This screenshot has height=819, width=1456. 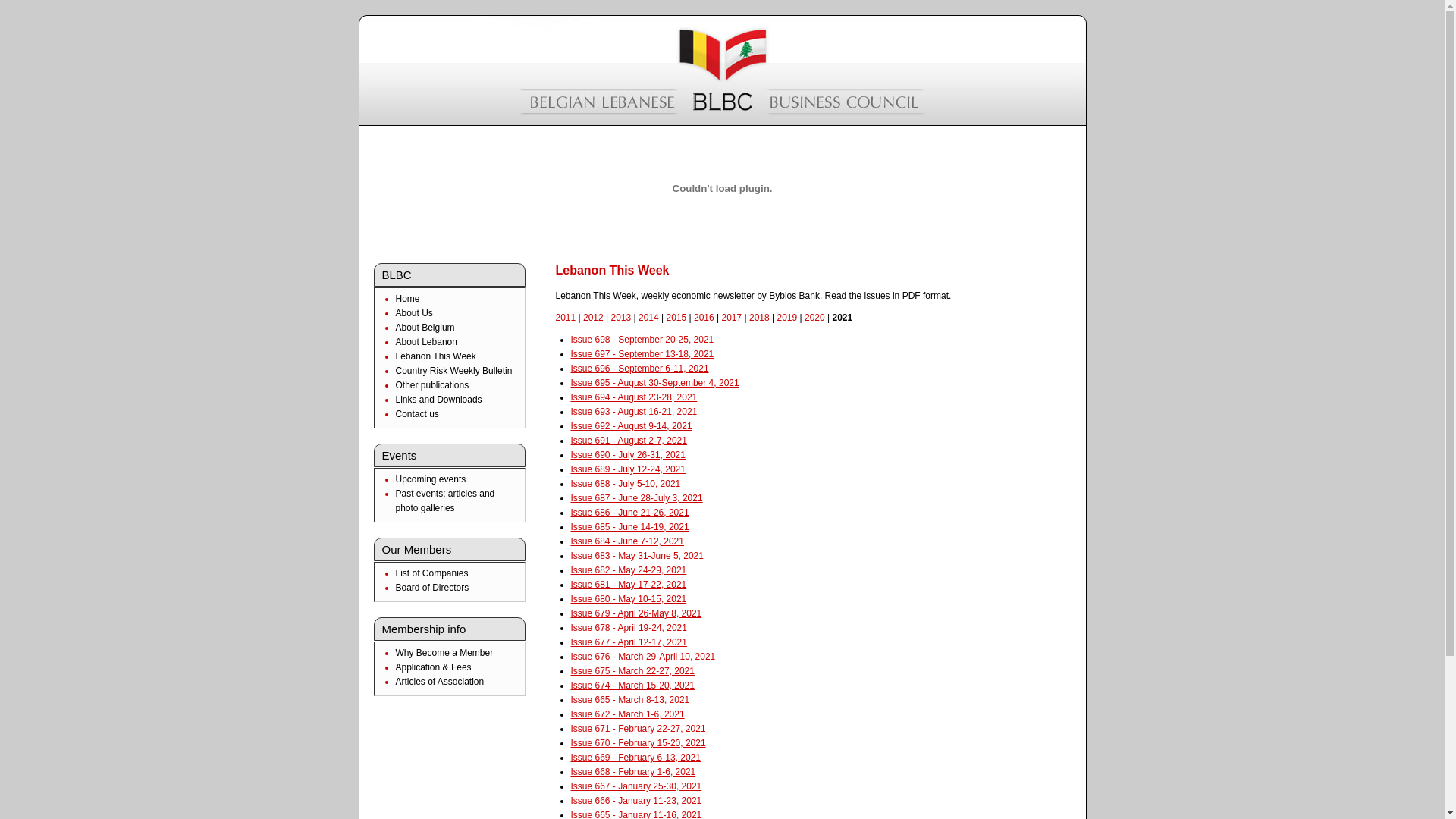 What do you see at coordinates (444, 651) in the screenshot?
I see `'Why Become a Member'` at bounding box center [444, 651].